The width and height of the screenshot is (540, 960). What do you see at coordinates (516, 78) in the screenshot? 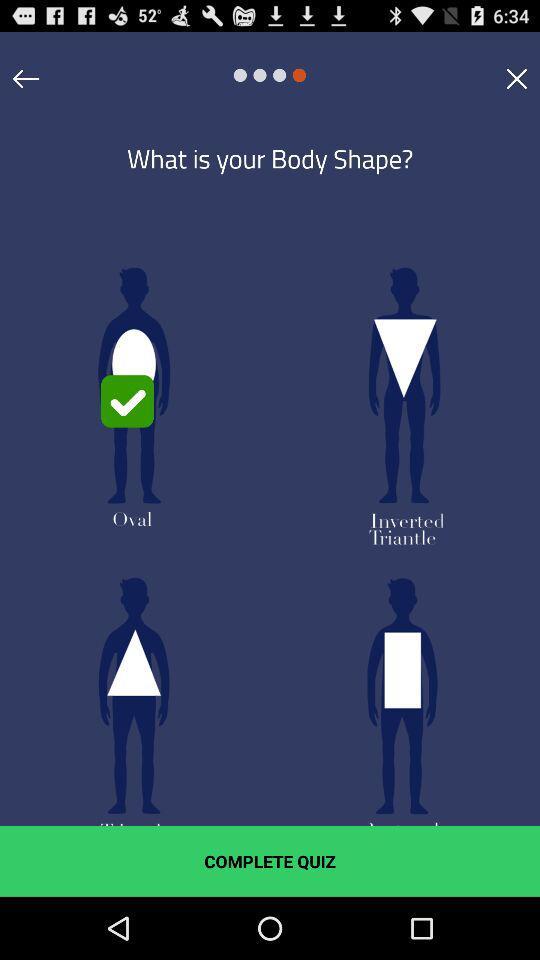
I see `button to cancel` at bounding box center [516, 78].